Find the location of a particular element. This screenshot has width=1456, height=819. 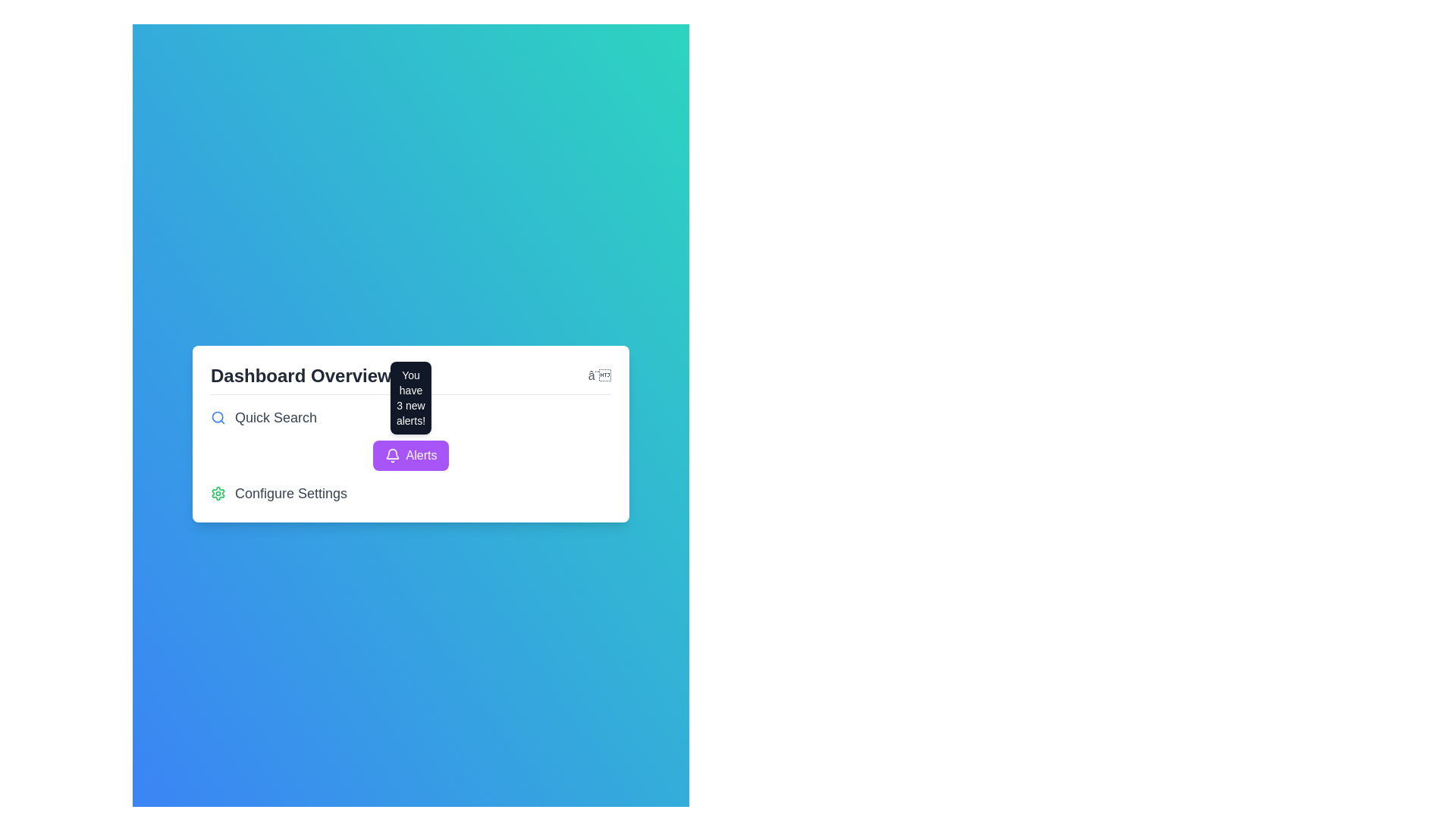

the 'Quick Search' text label that is displayed in large gray font, positioned to the right of the blue magnifying glass icon is located at coordinates (276, 417).